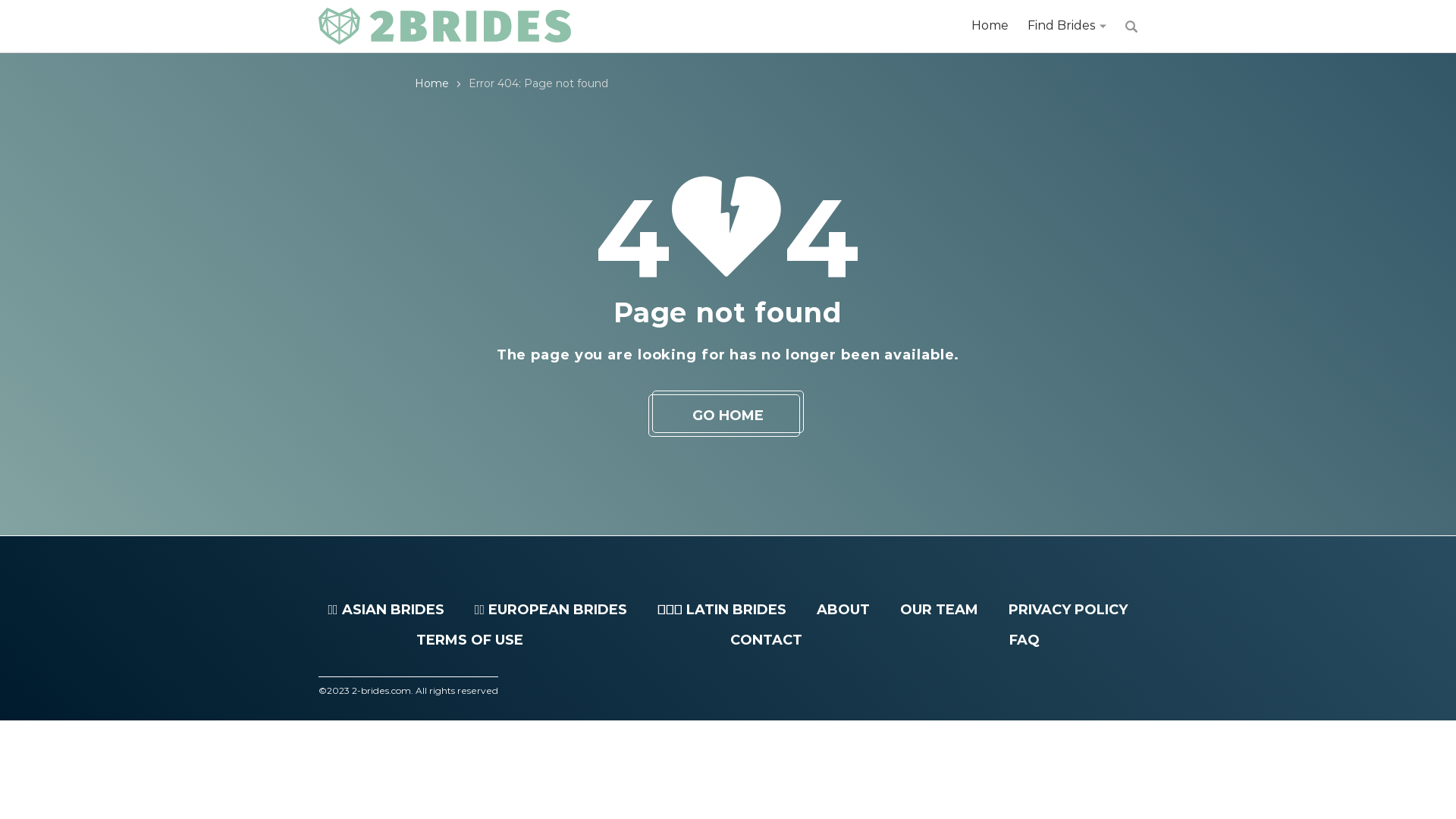 Image resolution: width=1456 pixels, height=819 pixels. What do you see at coordinates (431, 83) in the screenshot?
I see `'Home'` at bounding box center [431, 83].